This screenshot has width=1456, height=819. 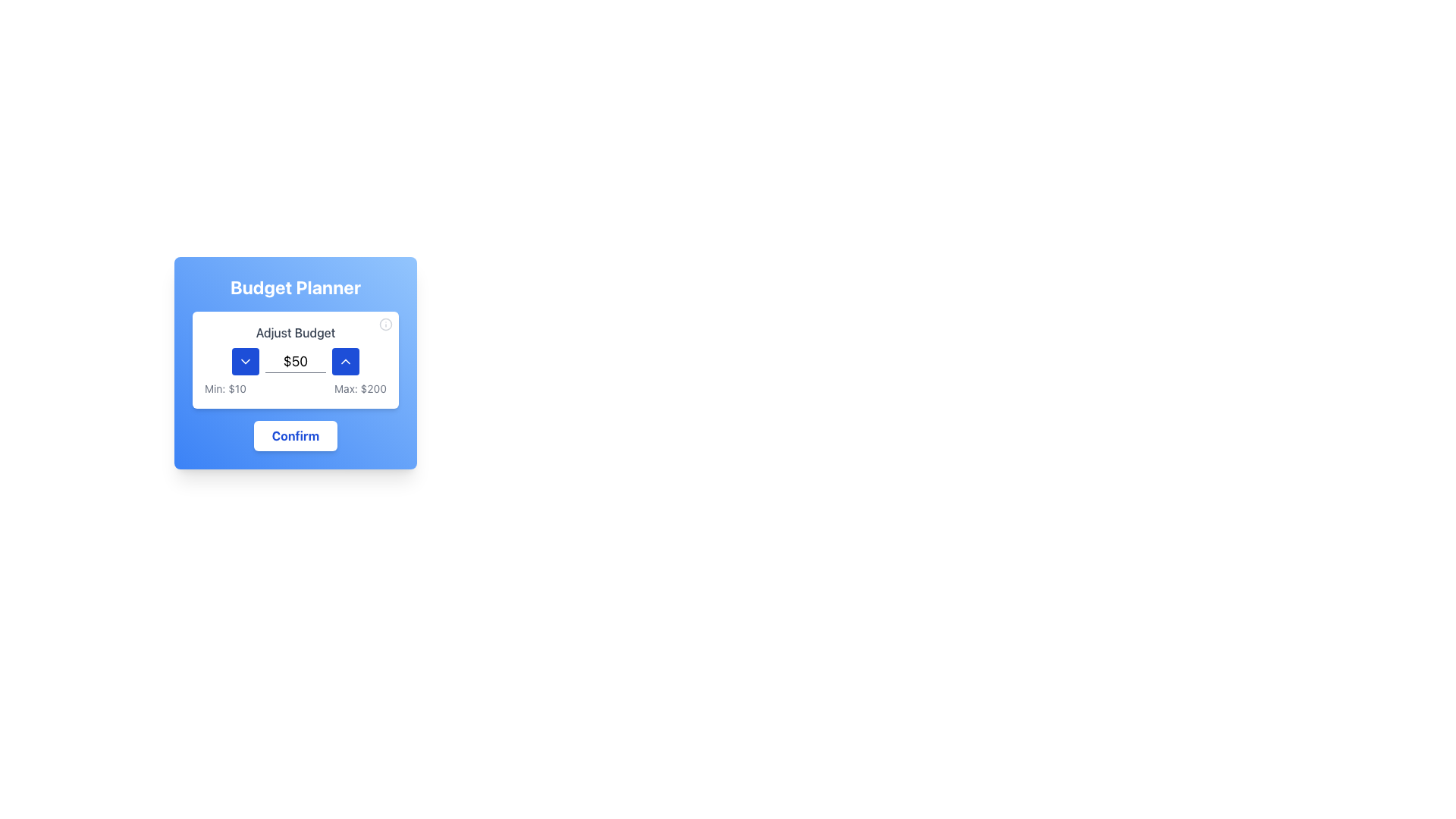 What do you see at coordinates (246, 362) in the screenshot?
I see `the blue square button with rounded corners containing a white downward-pointing chevron icon, located within the 'Adjust Budget' box` at bounding box center [246, 362].